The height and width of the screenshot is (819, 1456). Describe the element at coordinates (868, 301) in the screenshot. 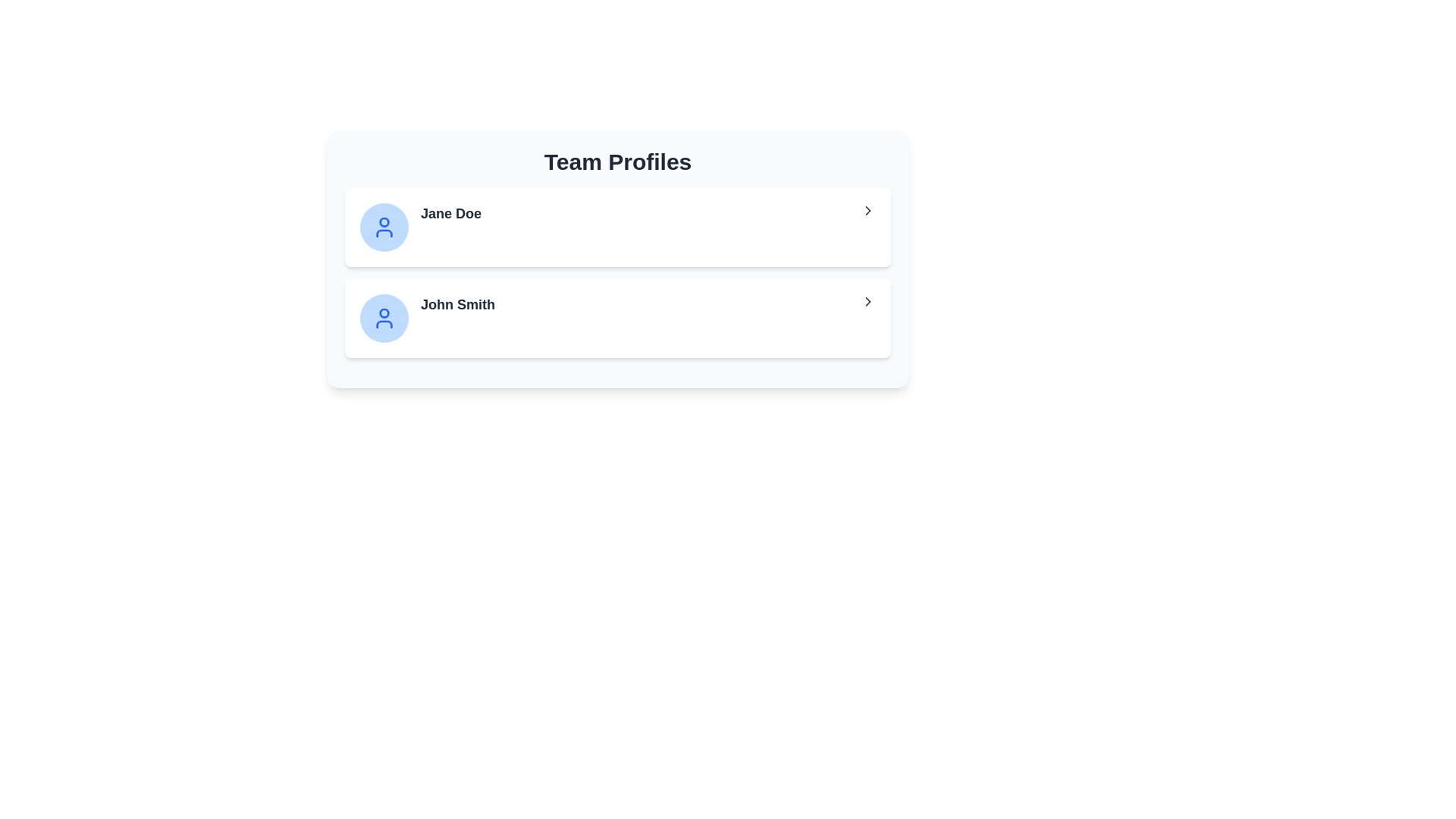

I see `the Rightward Chevron Icon next to 'John Smith'` at that location.